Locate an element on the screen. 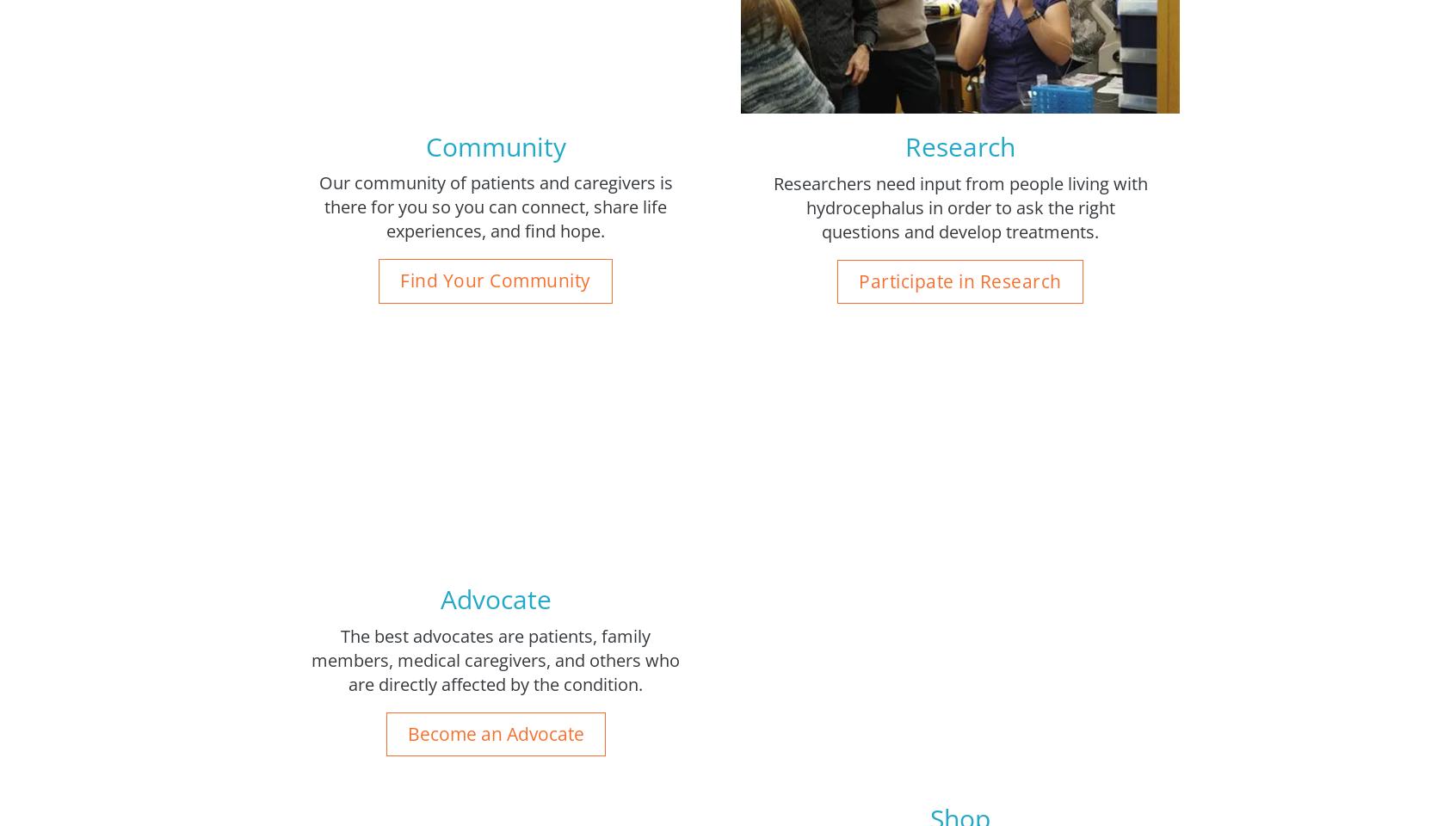 The height and width of the screenshot is (826, 1456). 'The best advocates are patients, family members, medical caregivers, and others who are directly affected by the condition.' is located at coordinates (494, 658).